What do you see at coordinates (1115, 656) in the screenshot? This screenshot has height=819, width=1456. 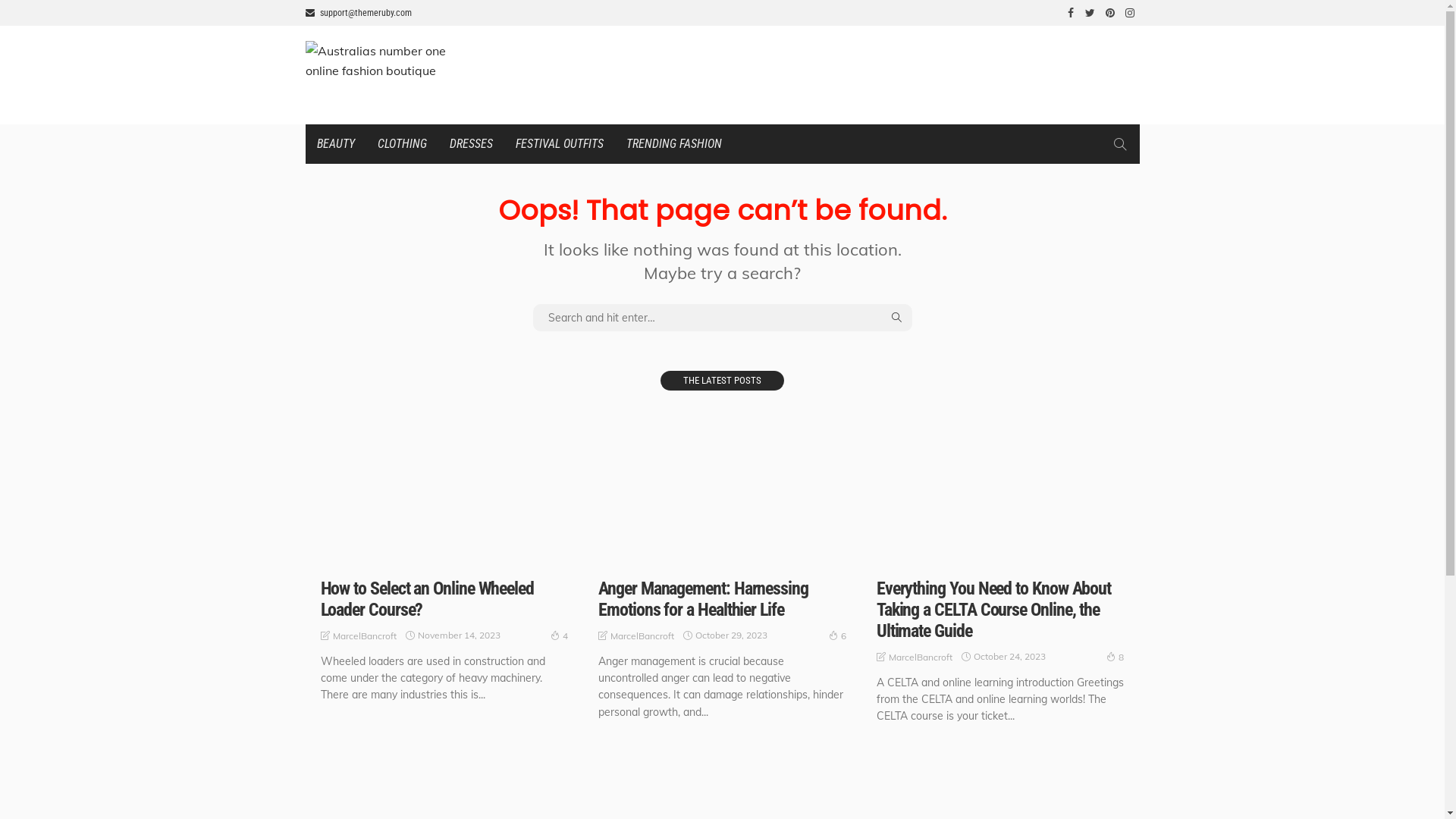 I see `'8'` at bounding box center [1115, 656].